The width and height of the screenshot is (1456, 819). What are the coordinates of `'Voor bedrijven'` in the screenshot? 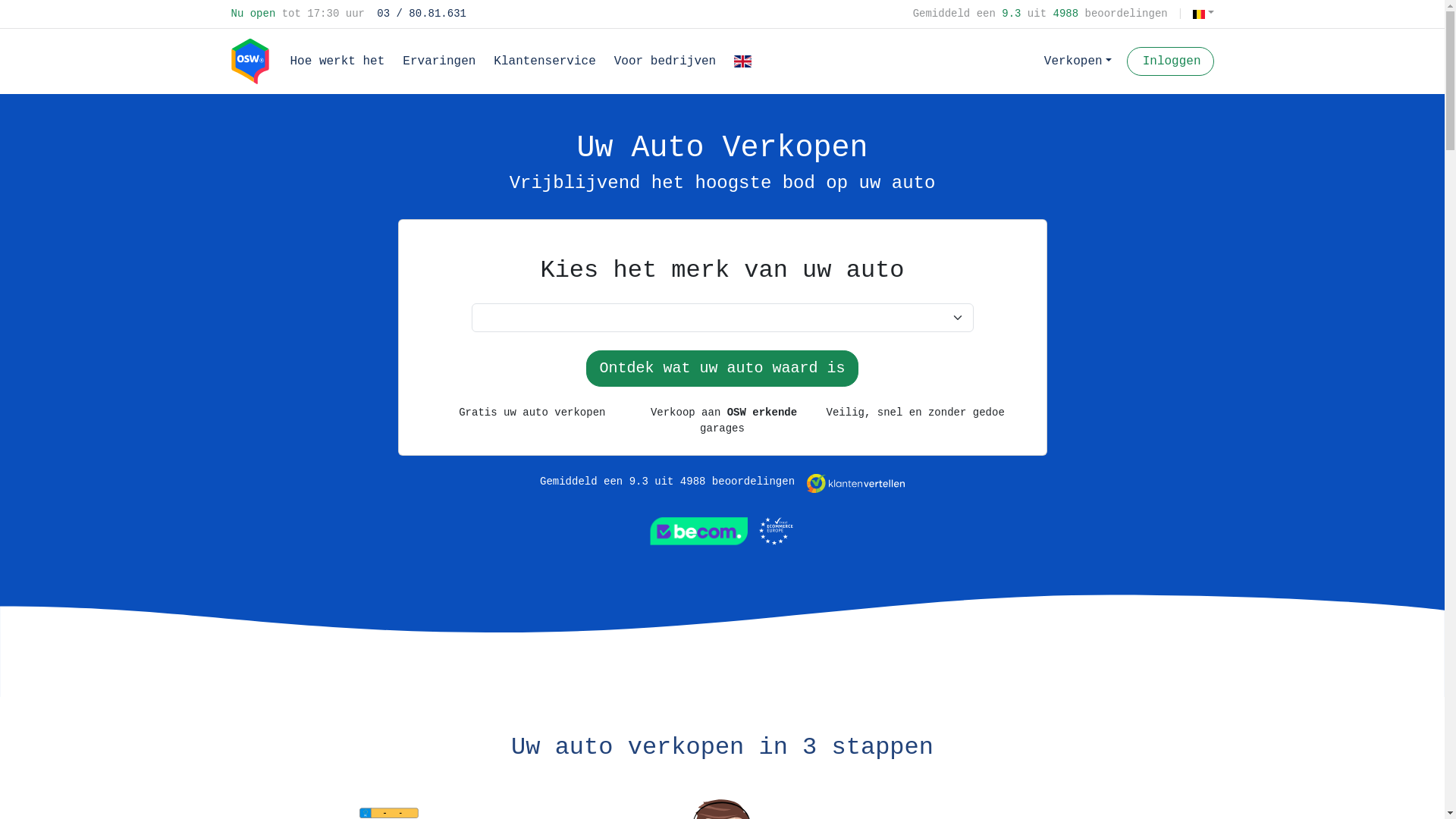 It's located at (604, 61).